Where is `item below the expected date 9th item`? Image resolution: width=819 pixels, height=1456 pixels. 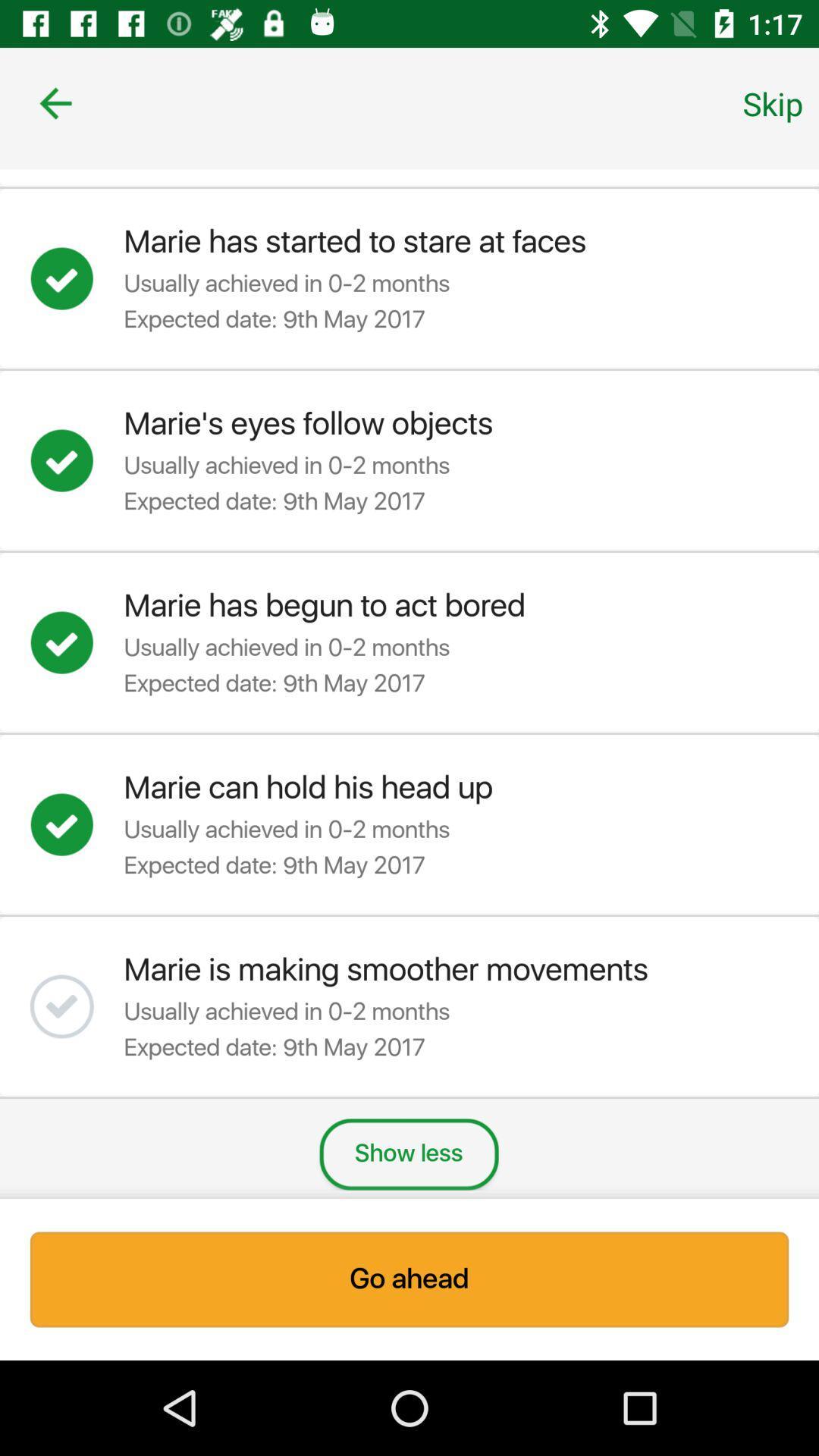 item below the expected date 9th item is located at coordinates (408, 1153).